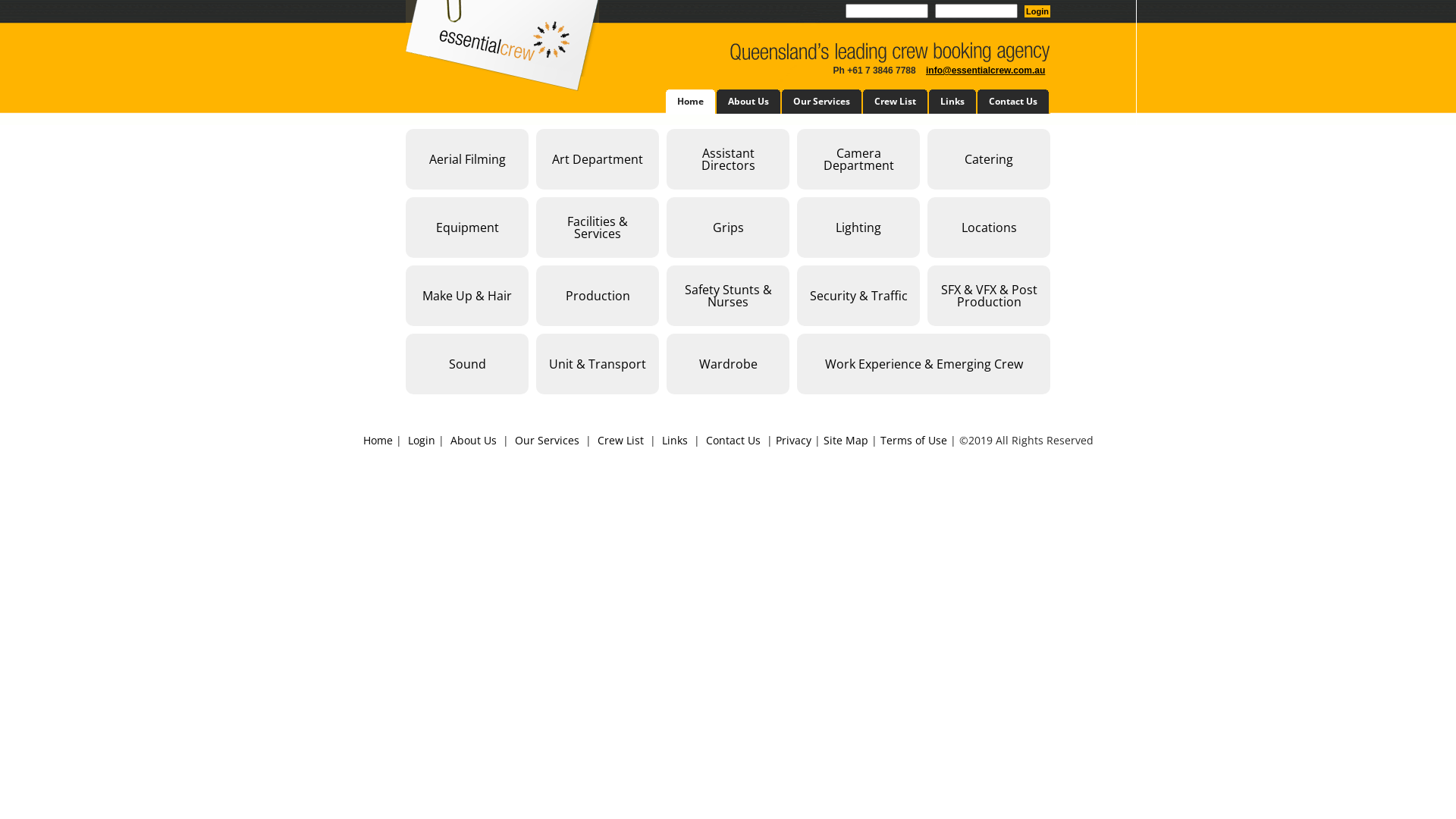  Describe the element at coordinates (858, 158) in the screenshot. I see `'Camera Department'` at that location.